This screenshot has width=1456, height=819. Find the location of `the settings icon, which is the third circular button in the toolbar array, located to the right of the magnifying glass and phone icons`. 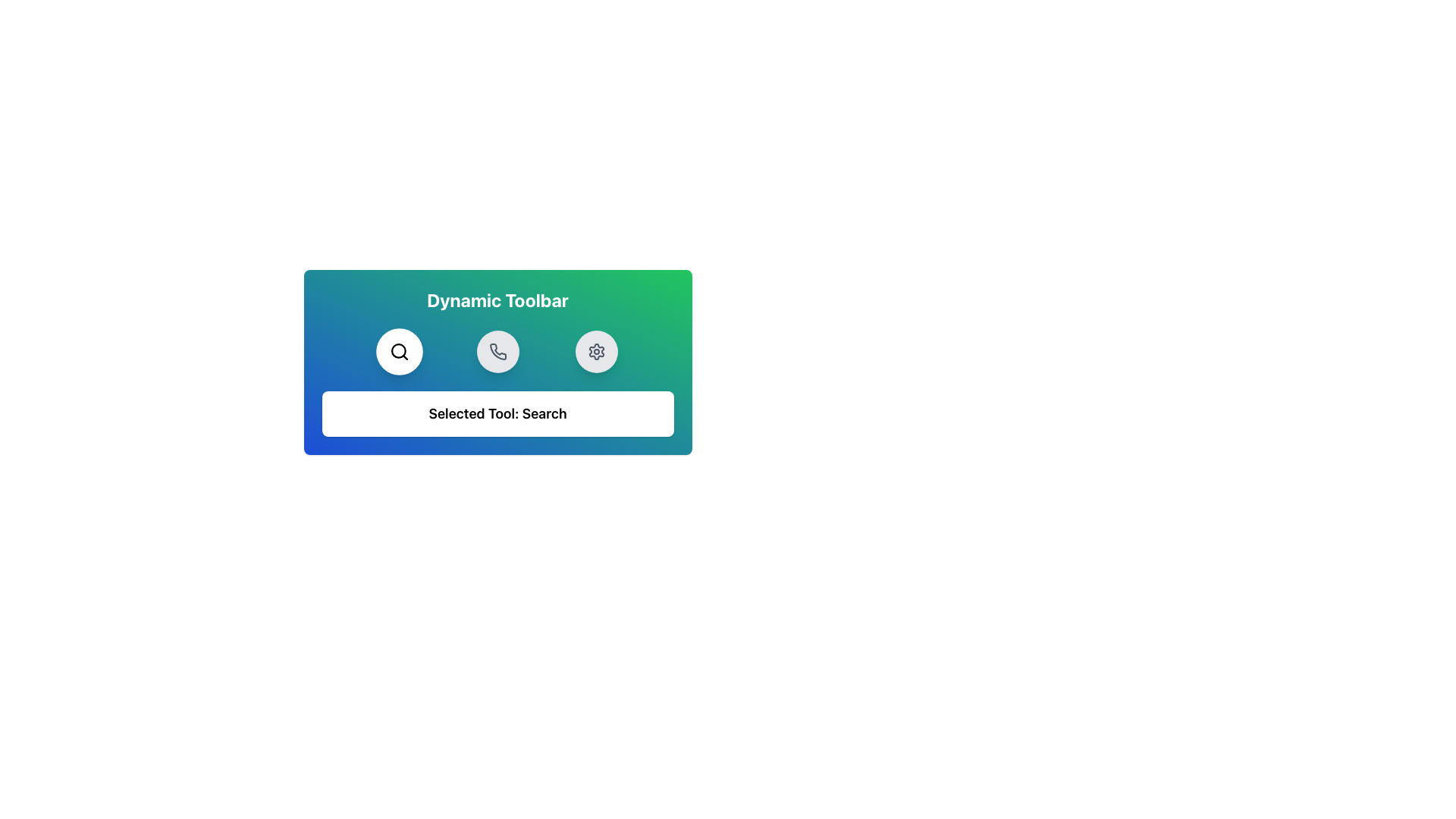

the settings icon, which is the third circular button in the toolbar array, located to the right of the magnifying glass and phone icons is located at coordinates (595, 351).